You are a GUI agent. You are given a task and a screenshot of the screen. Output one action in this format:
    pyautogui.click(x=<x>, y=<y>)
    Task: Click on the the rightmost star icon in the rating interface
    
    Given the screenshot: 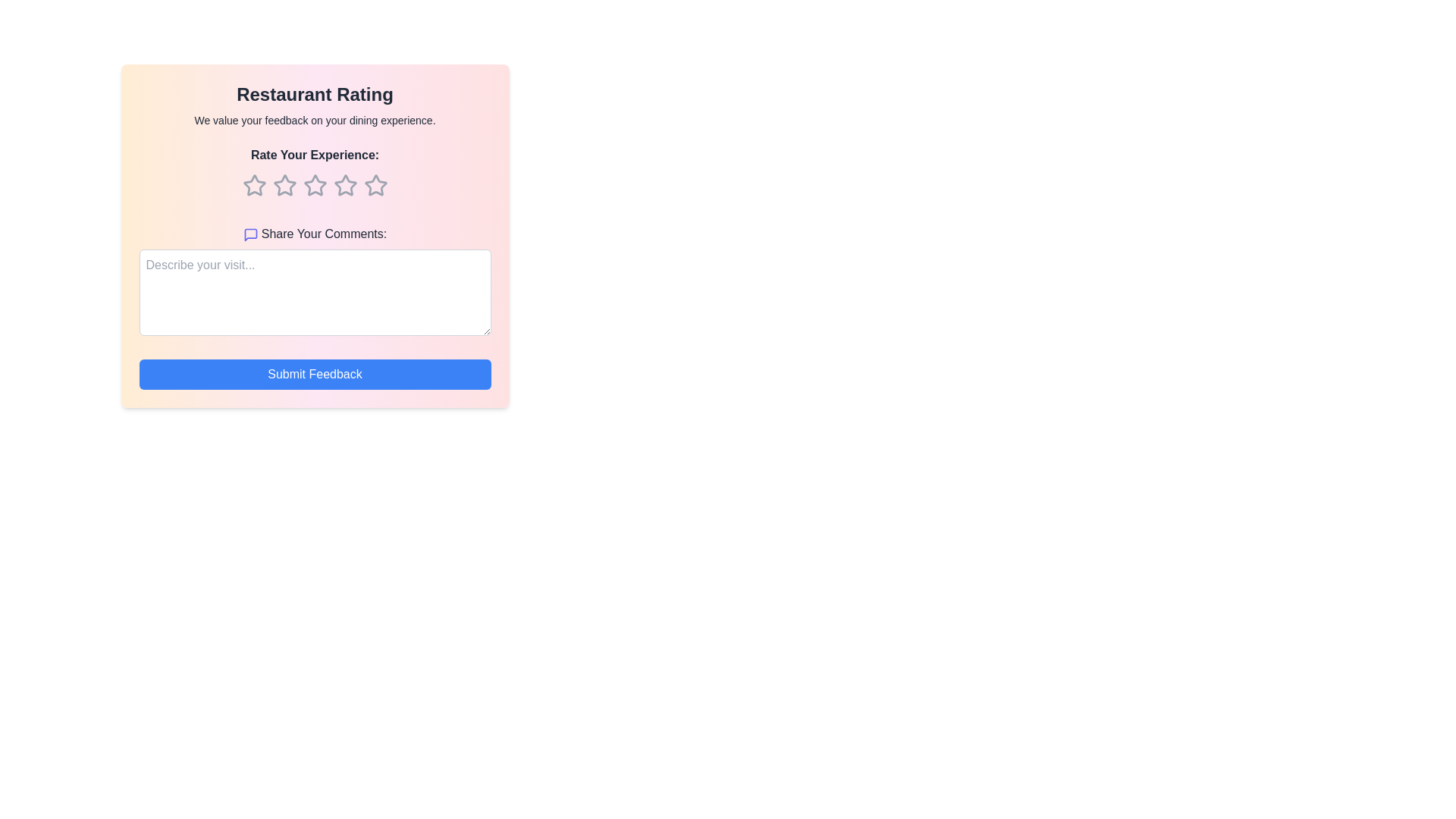 What is the action you would take?
    pyautogui.click(x=375, y=184)
    